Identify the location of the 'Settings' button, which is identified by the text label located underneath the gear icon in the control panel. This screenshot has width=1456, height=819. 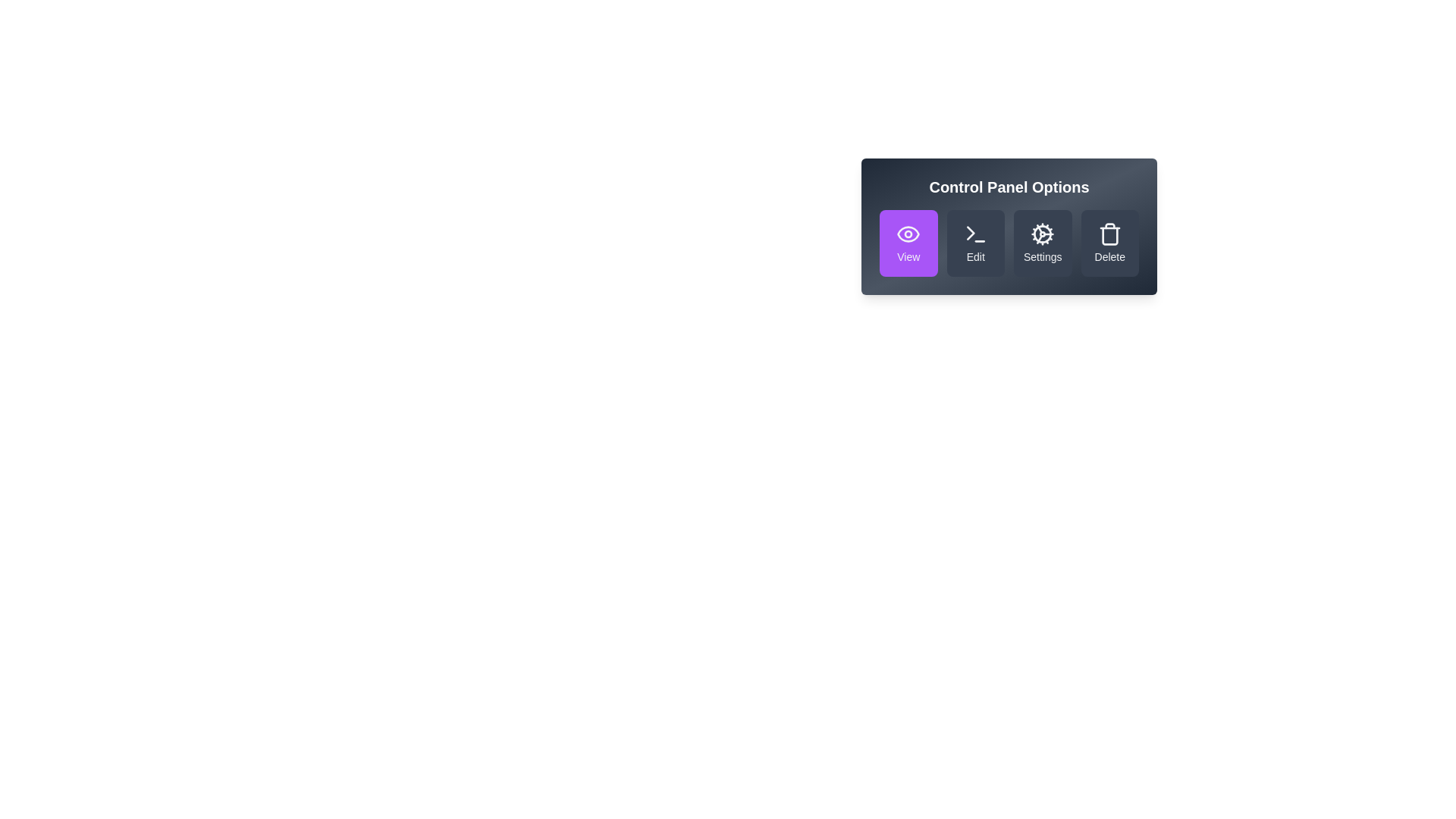
(1041, 256).